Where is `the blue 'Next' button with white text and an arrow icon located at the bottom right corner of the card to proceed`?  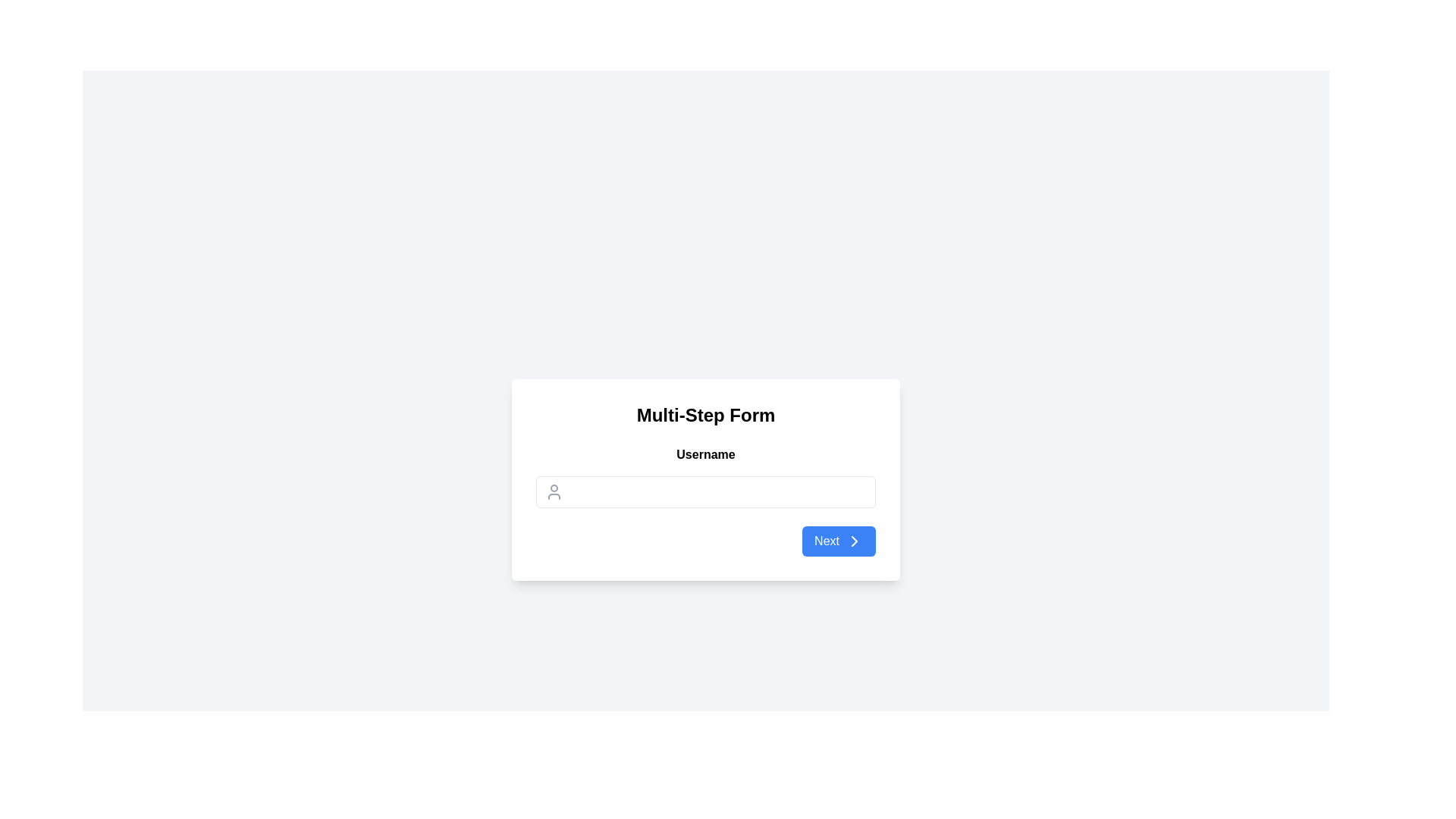
the blue 'Next' button with white text and an arrow icon located at the bottom right corner of the card to proceed is located at coordinates (838, 540).